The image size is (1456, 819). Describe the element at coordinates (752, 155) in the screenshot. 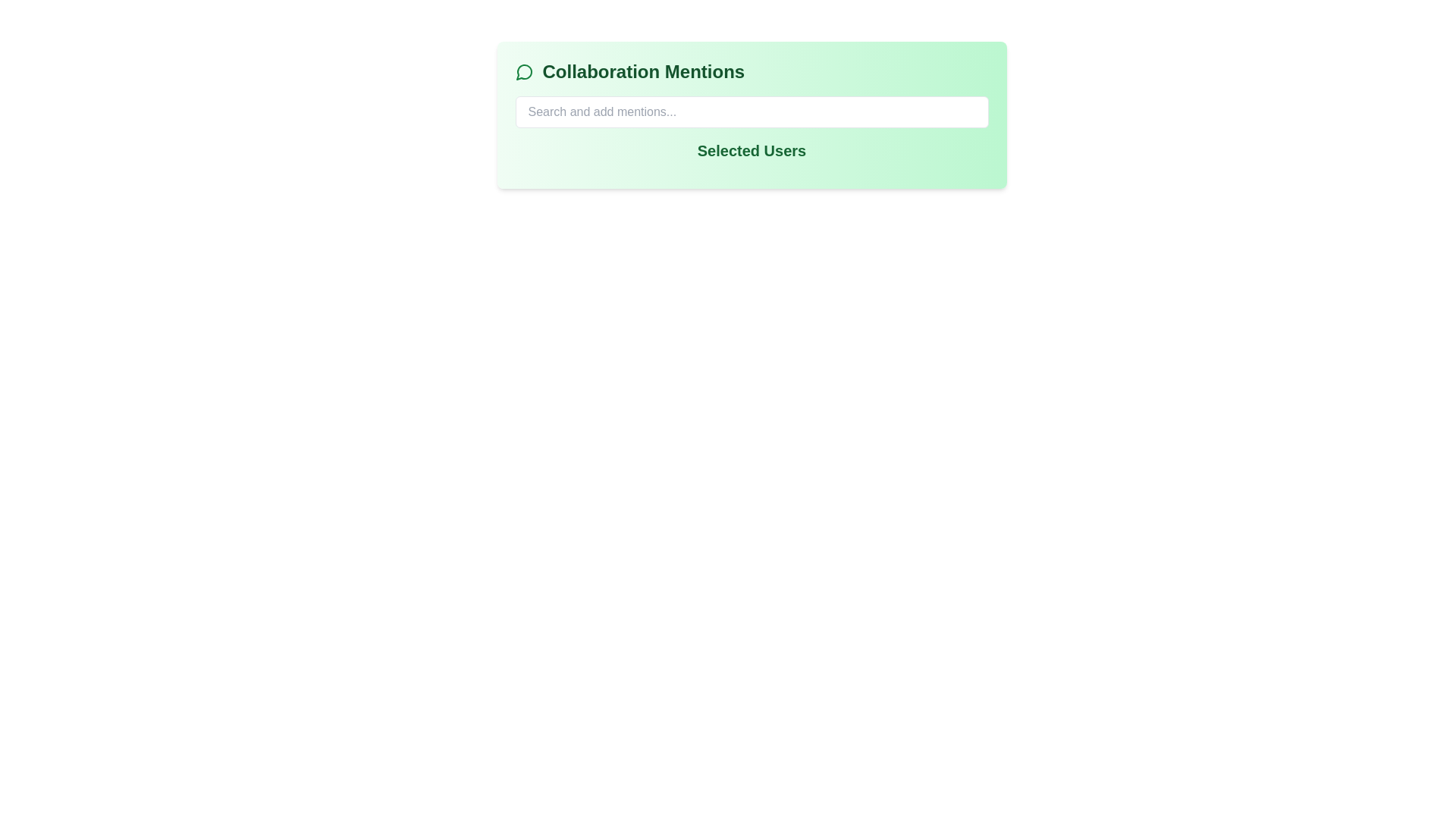

I see `the 'Selected Users' text label element, which is bold and green, located below the 'Search and add mentions...' input field in the 'Collaboration Mentions' card` at that location.